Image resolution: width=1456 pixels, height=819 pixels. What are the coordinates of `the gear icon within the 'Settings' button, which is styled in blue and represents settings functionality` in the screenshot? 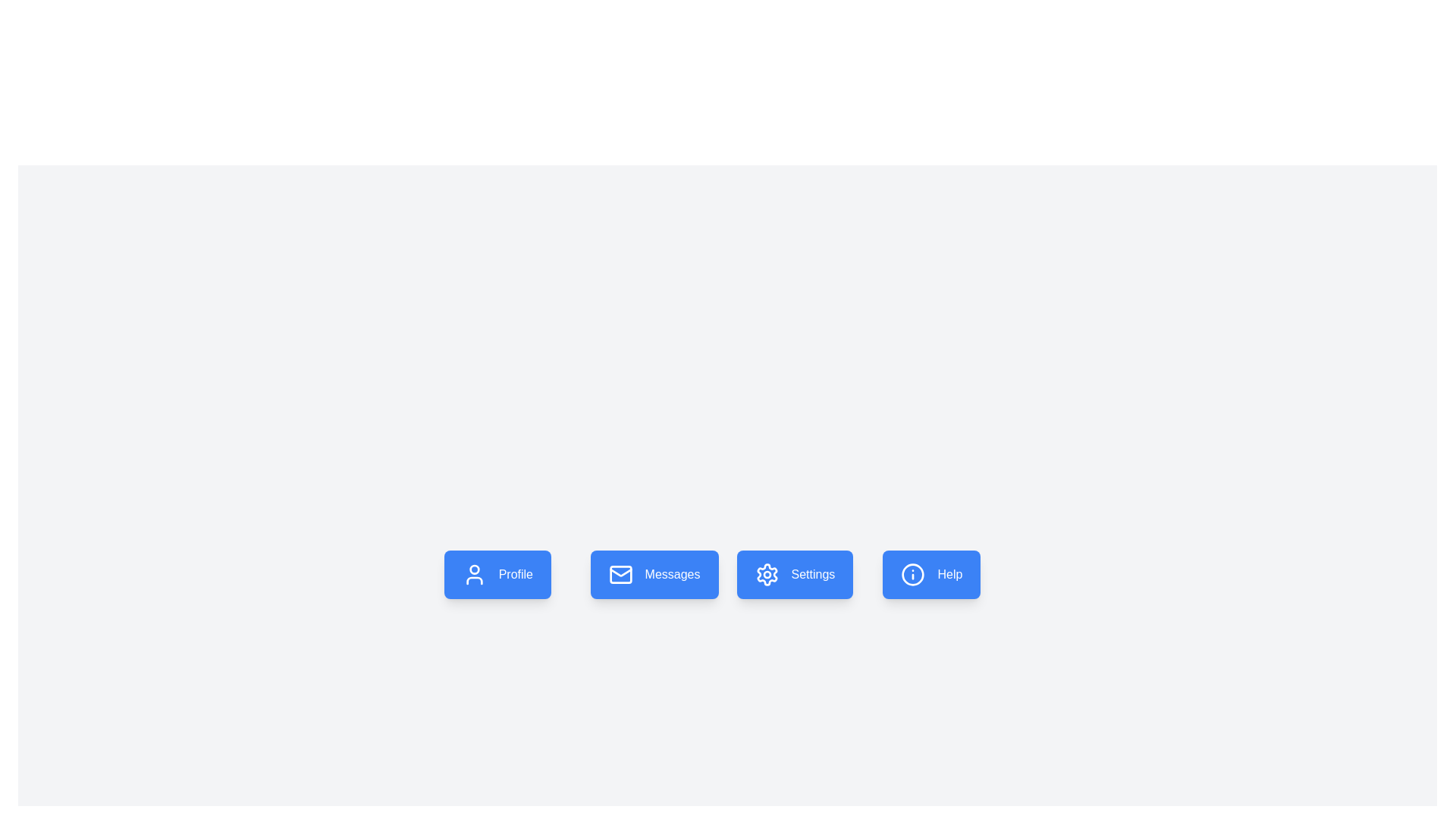 It's located at (767, 575).